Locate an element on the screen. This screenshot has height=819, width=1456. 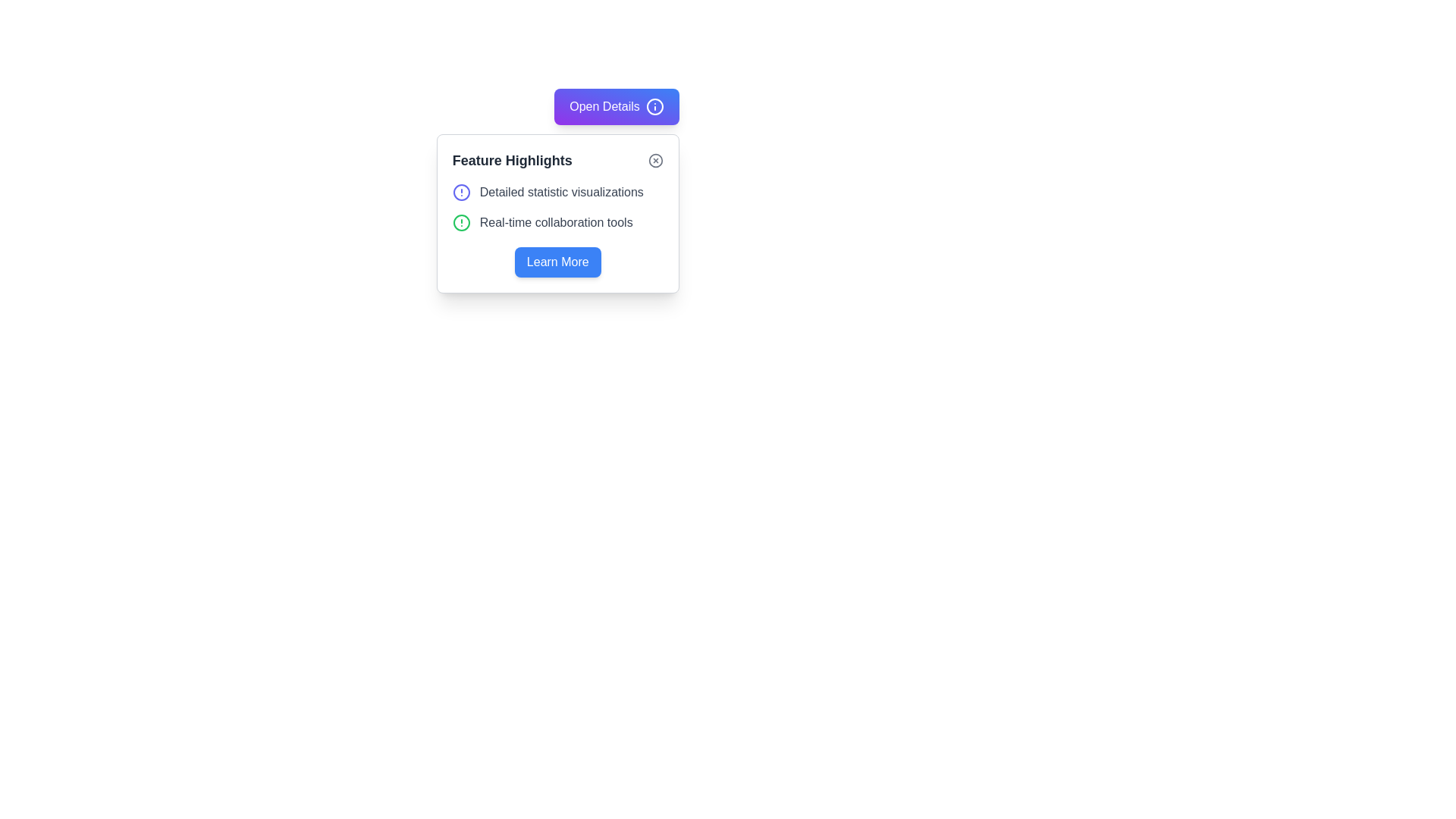
the graphical decoration within the icon located in the top-right corner of the 'Feature Highlights' section is located at coordinates (655, 161).